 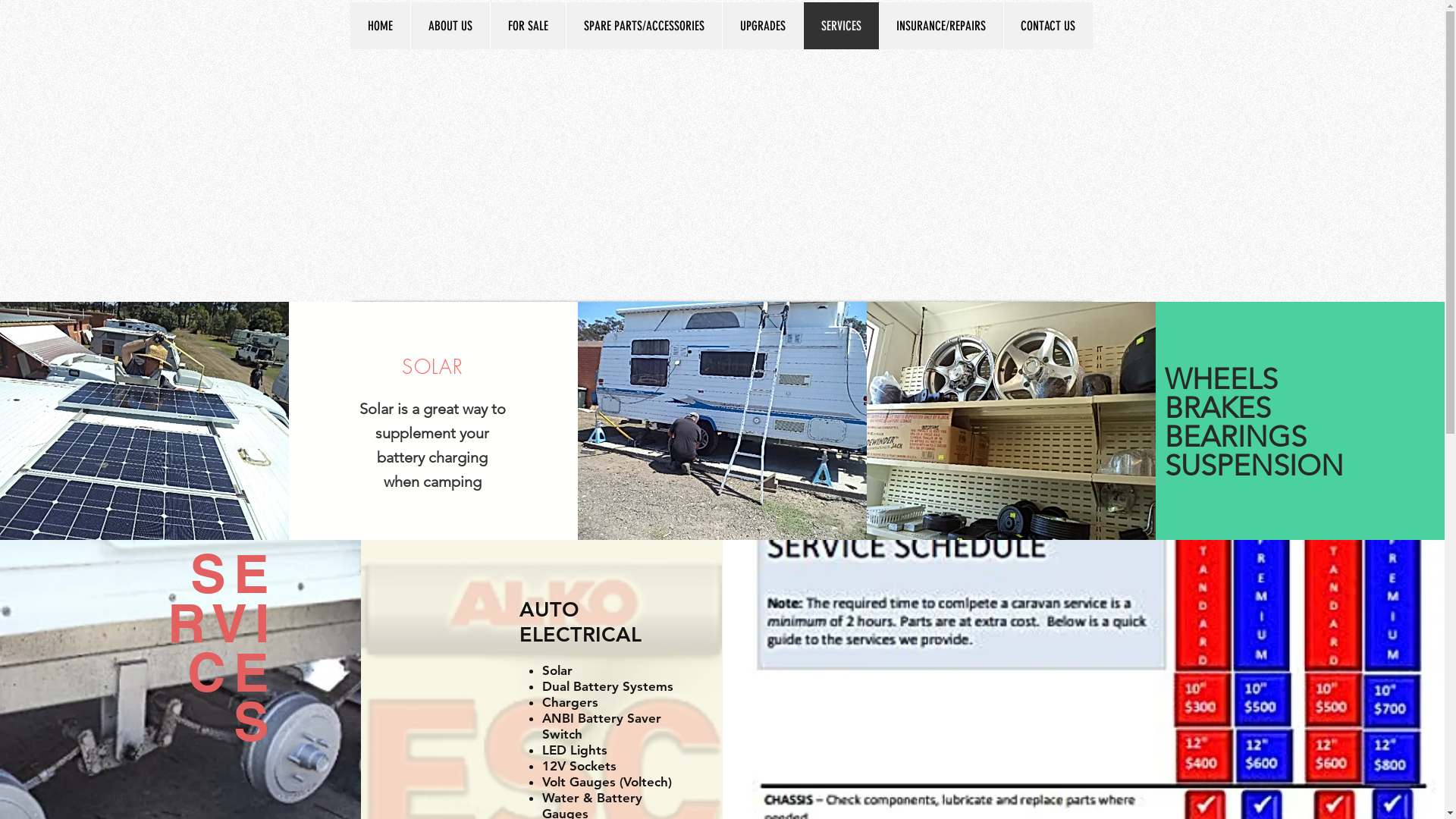 I want to click on 'HOME', so click(x=380, y=26).